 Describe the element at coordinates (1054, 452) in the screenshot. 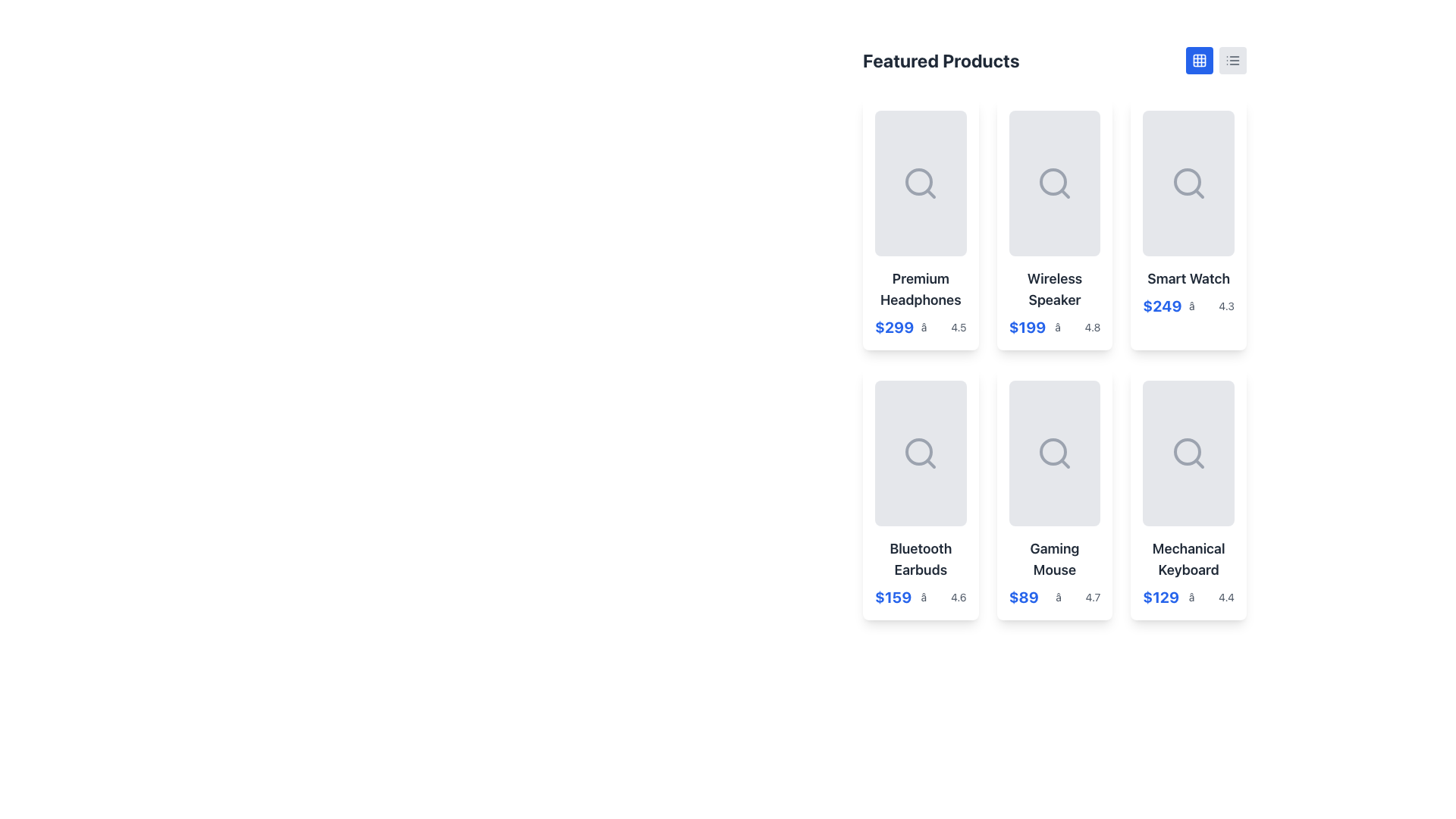

I see `the search icon represented by a magnifying glass outlined with a gray stroke, located in the second row and second column of the grid above the label 'Gaming Mouse'` at that location.